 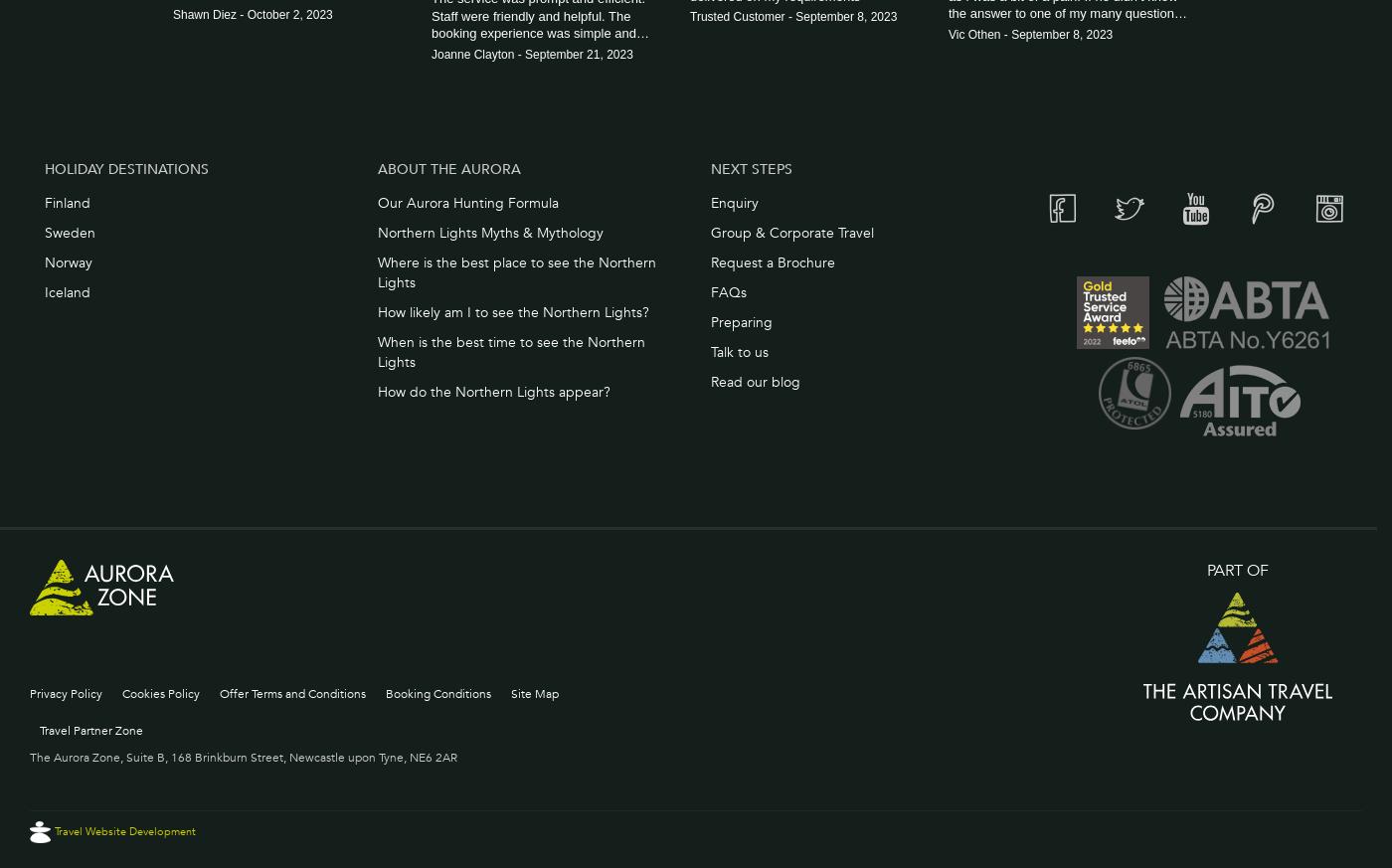 I want to click on 'Offer Terms and Conditions', so click(x=292, y=692).